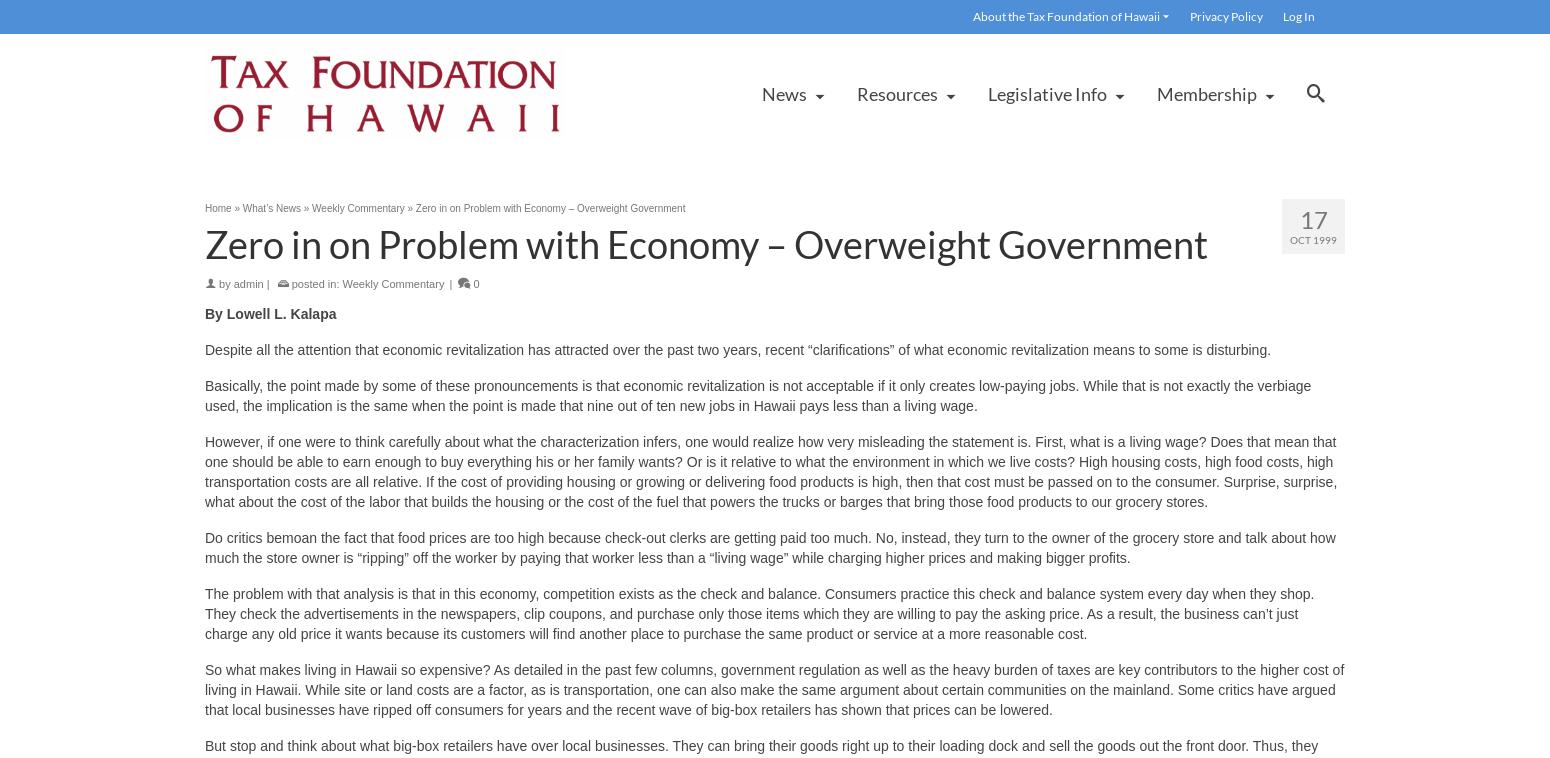 The image size is (1550, 758). What do you see at coordinates (774, 690) in the screenshot?
I see `'So what makes living in Hawaii so expensive? As detailed in the past few columns, government regulation as well as the heavy burden of taxes are key contributors to the higher cost of living in Hawaii. While site or land costs are a factor, as is transportation, one can also make the same argument about certain communities on the mainland. Some critics have argued that local businesses have ripped off consumers for years and the recent wave of big-box retailers has shown that prices can be lowered.'` at bounding box center [774, 690].